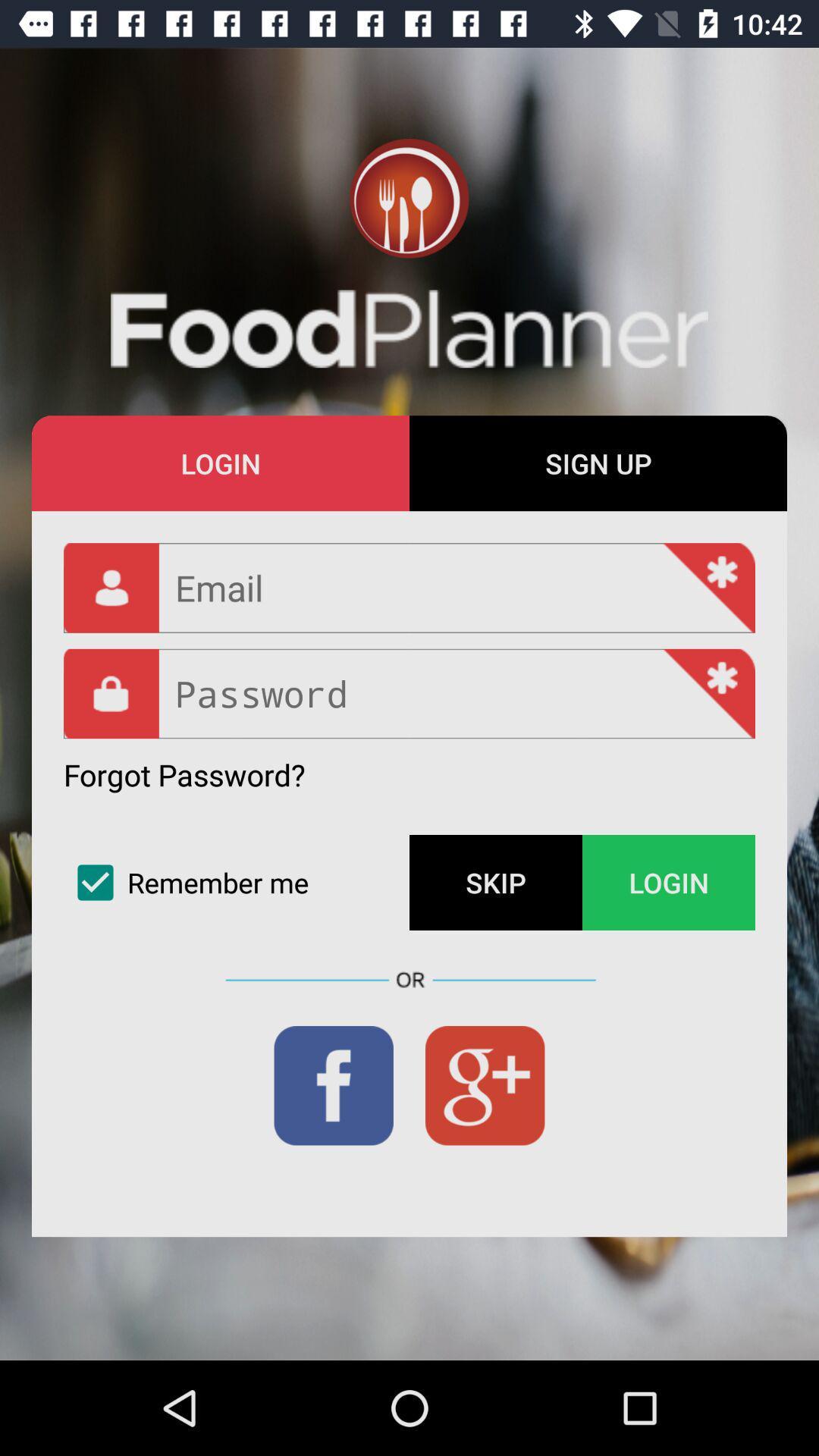  I want to click on name button, so click(409, 587).